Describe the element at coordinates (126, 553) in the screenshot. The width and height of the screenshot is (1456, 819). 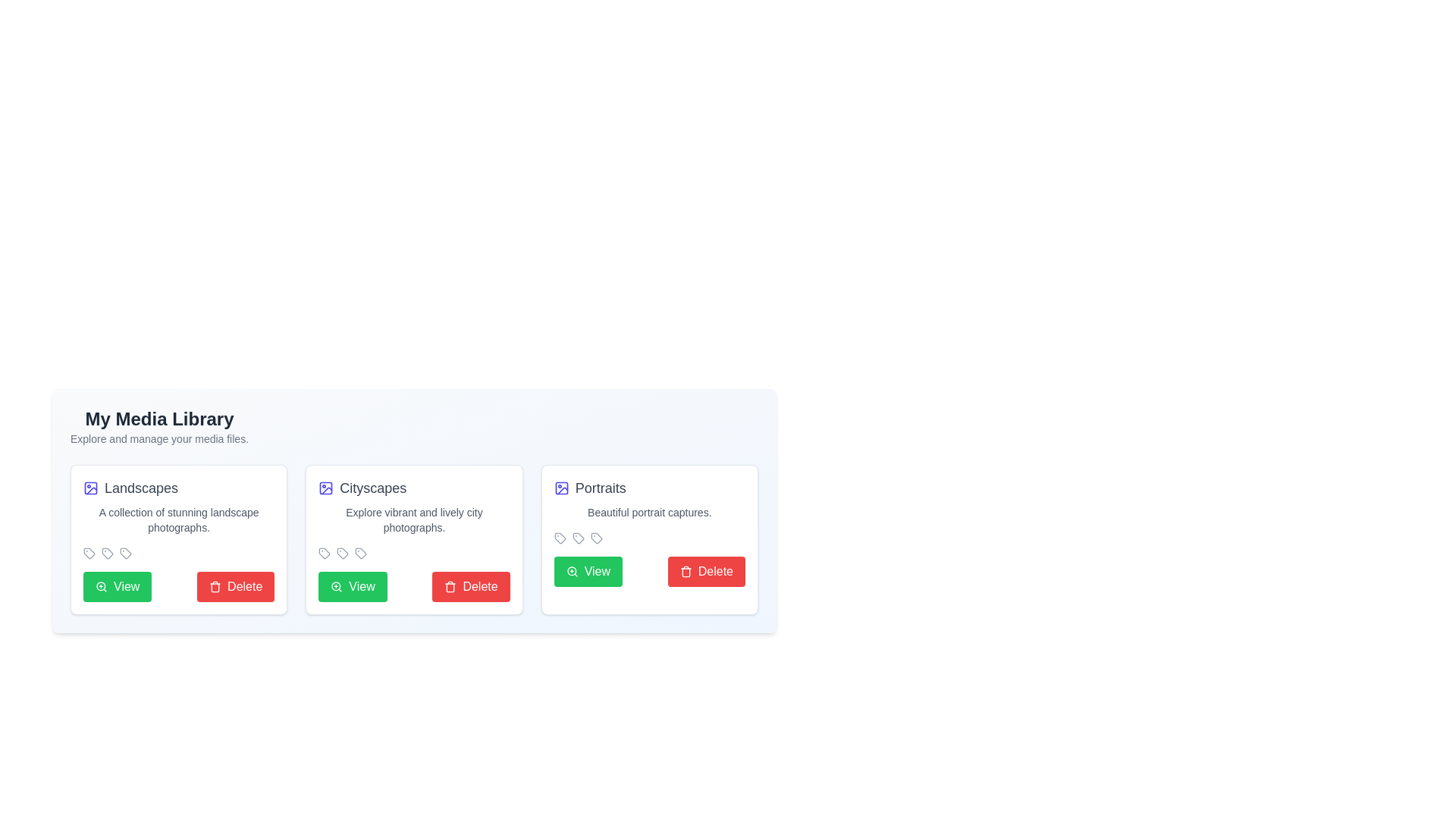
I see `the utility or metadata icon located in the 'Landscapes' card, which is part of the row of small utility icons below the main description text` at that location.